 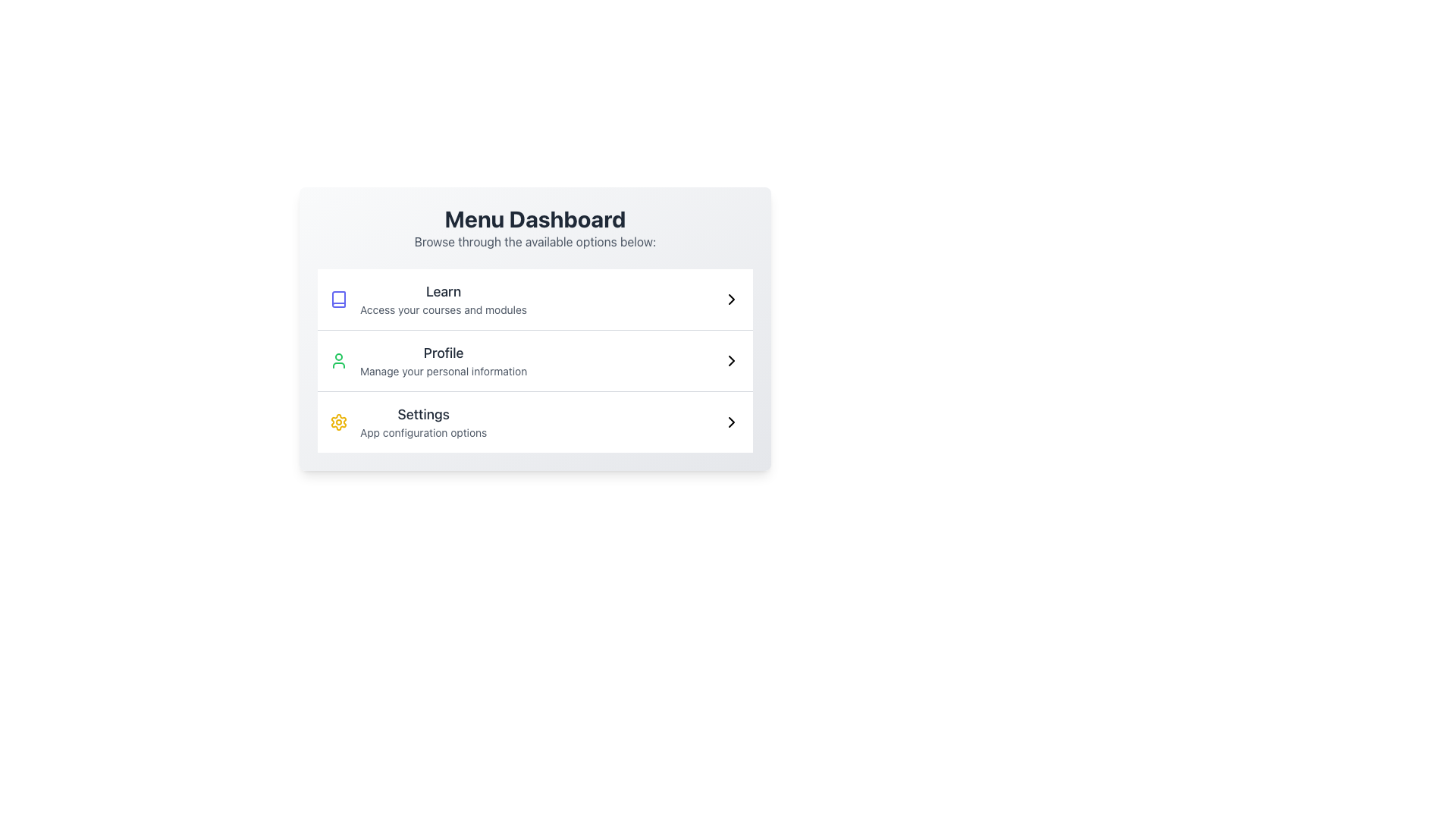 I want to click on the settings icon located at the bottom section of the options in the card layout, which serves as a visual indicator for configuring the application, so click(x=337, y=422).